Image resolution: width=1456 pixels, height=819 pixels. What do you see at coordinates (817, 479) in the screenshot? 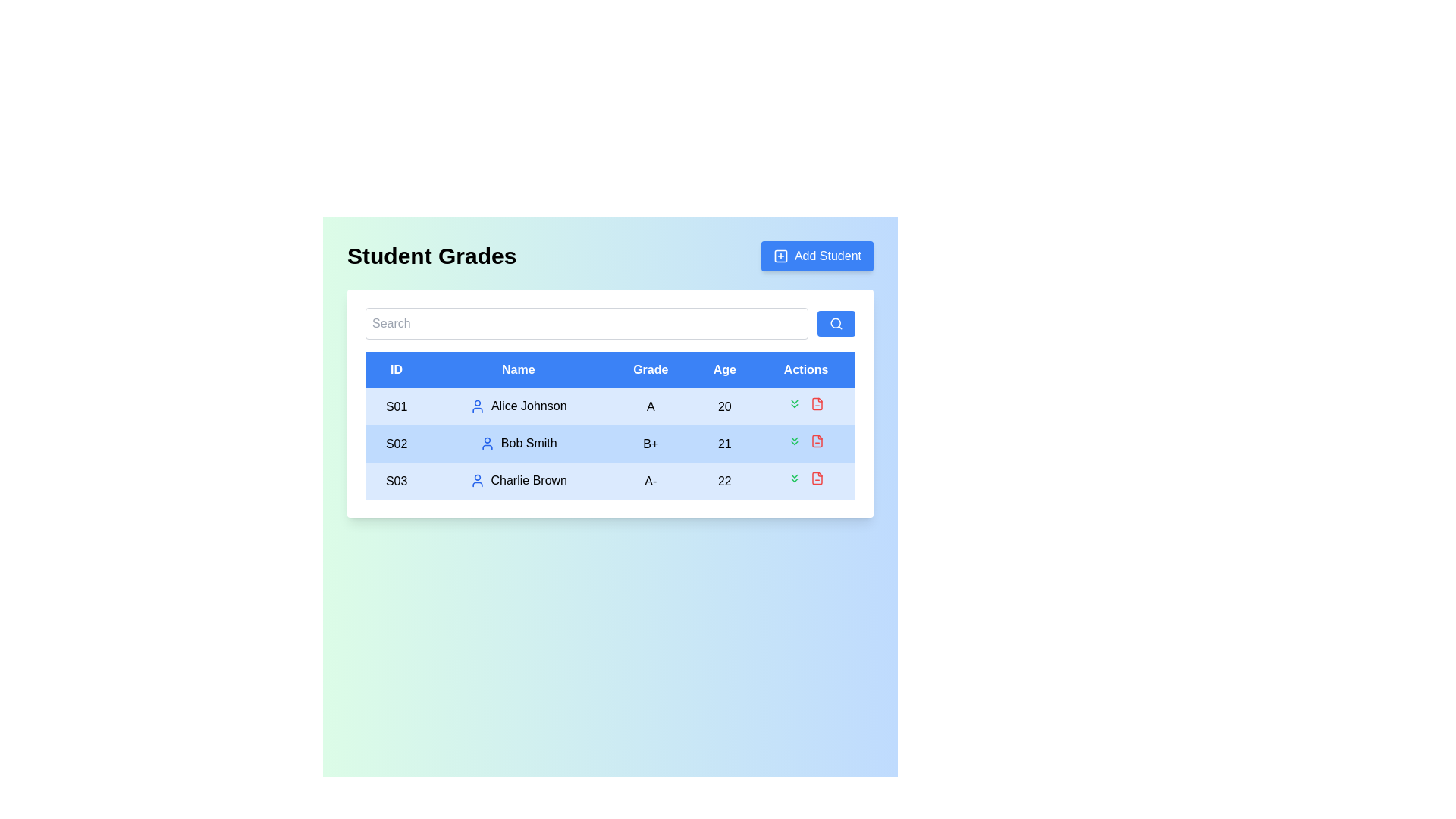
I see `the delete icon button located in the last row of the 'Actions' column in the table, which indicates a delete option for the corresponding row` at bounding box center [817, 479].